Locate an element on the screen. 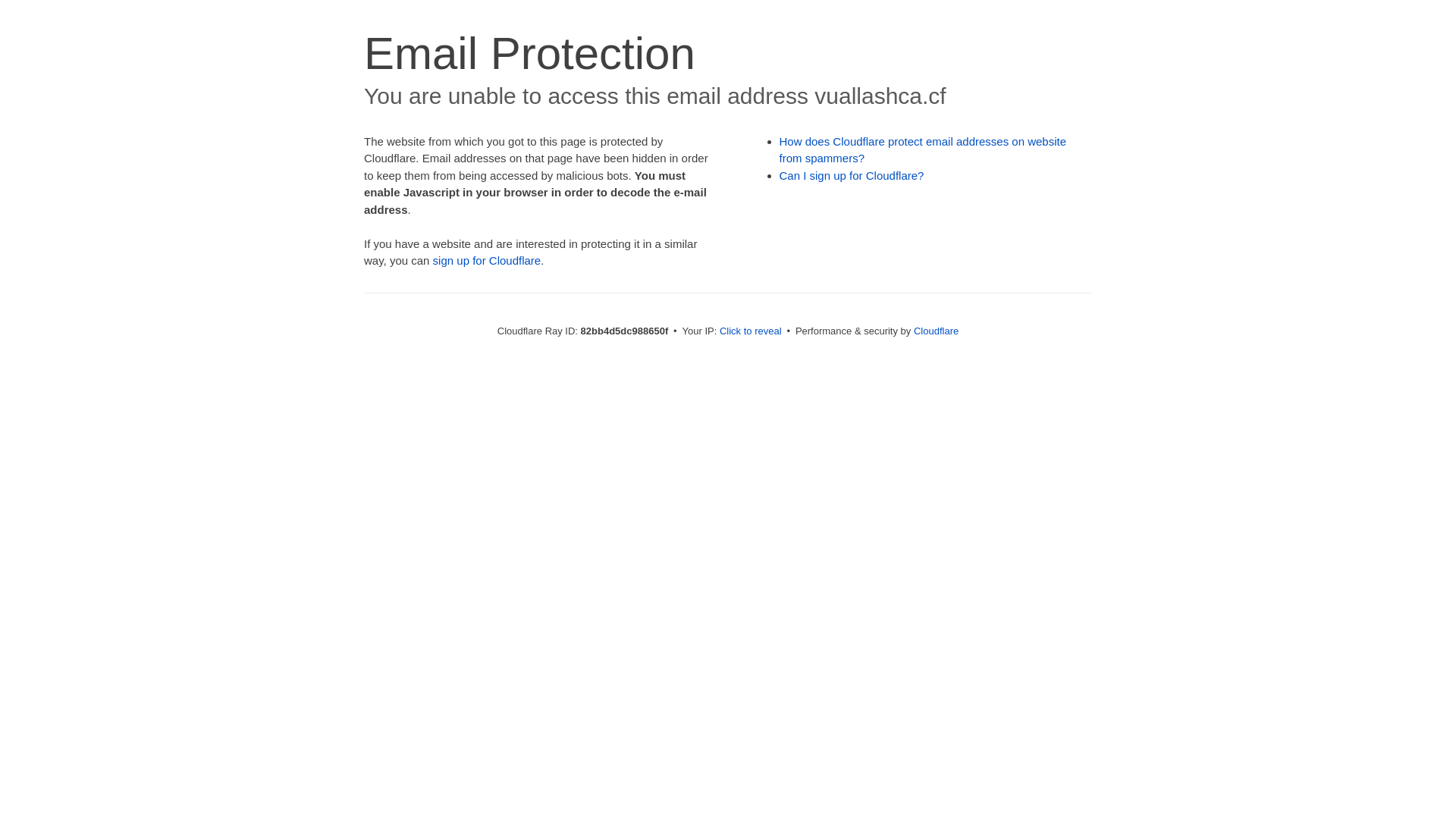  'sign up for Cloudflare' is located at coordinates (487, 259).